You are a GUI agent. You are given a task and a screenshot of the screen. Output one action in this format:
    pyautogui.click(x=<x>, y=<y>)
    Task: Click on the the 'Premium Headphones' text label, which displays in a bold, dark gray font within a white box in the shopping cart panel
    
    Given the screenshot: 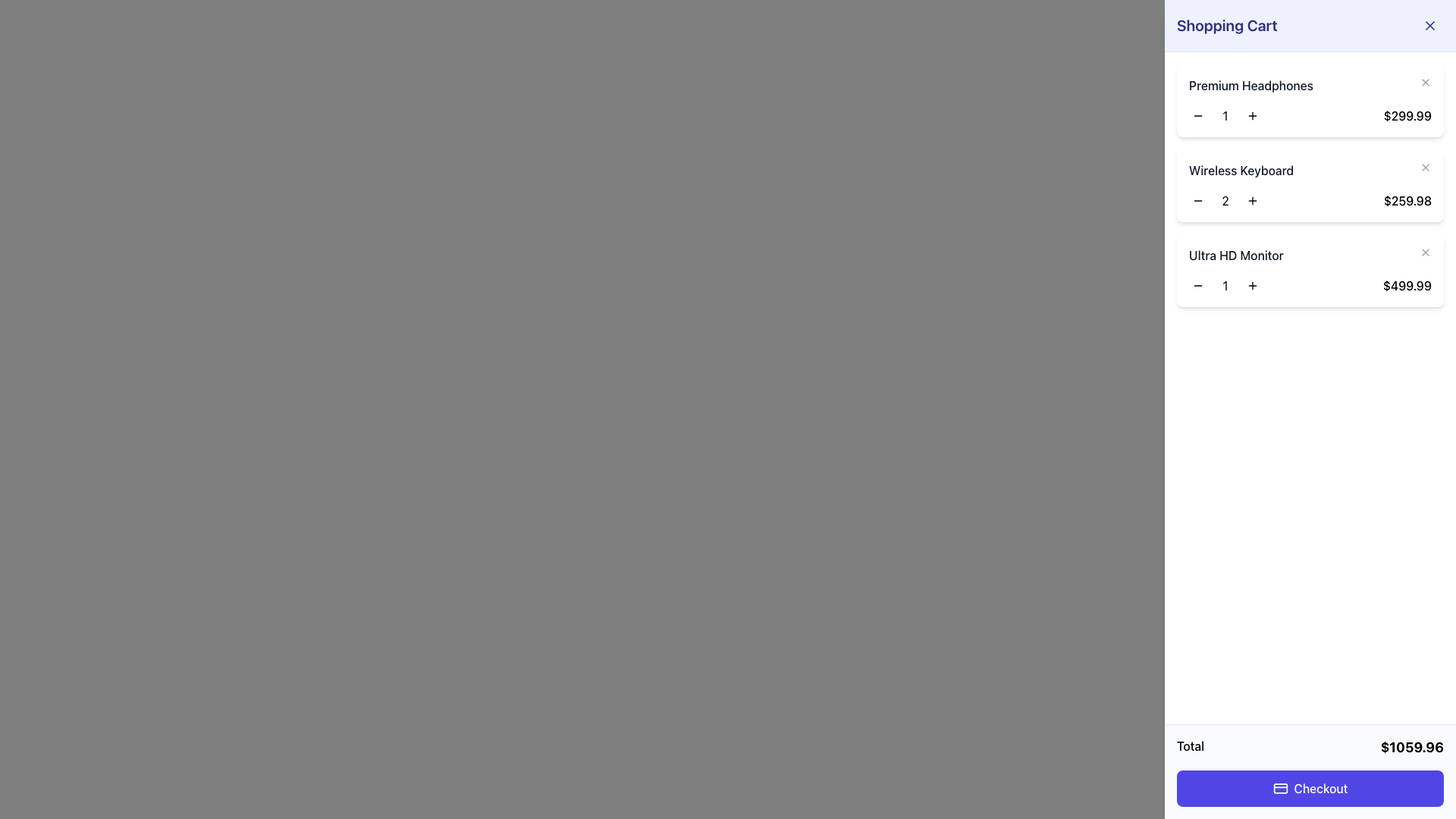 What is the action you would take?
    pyautogui.click(x=1310, y=85)
    